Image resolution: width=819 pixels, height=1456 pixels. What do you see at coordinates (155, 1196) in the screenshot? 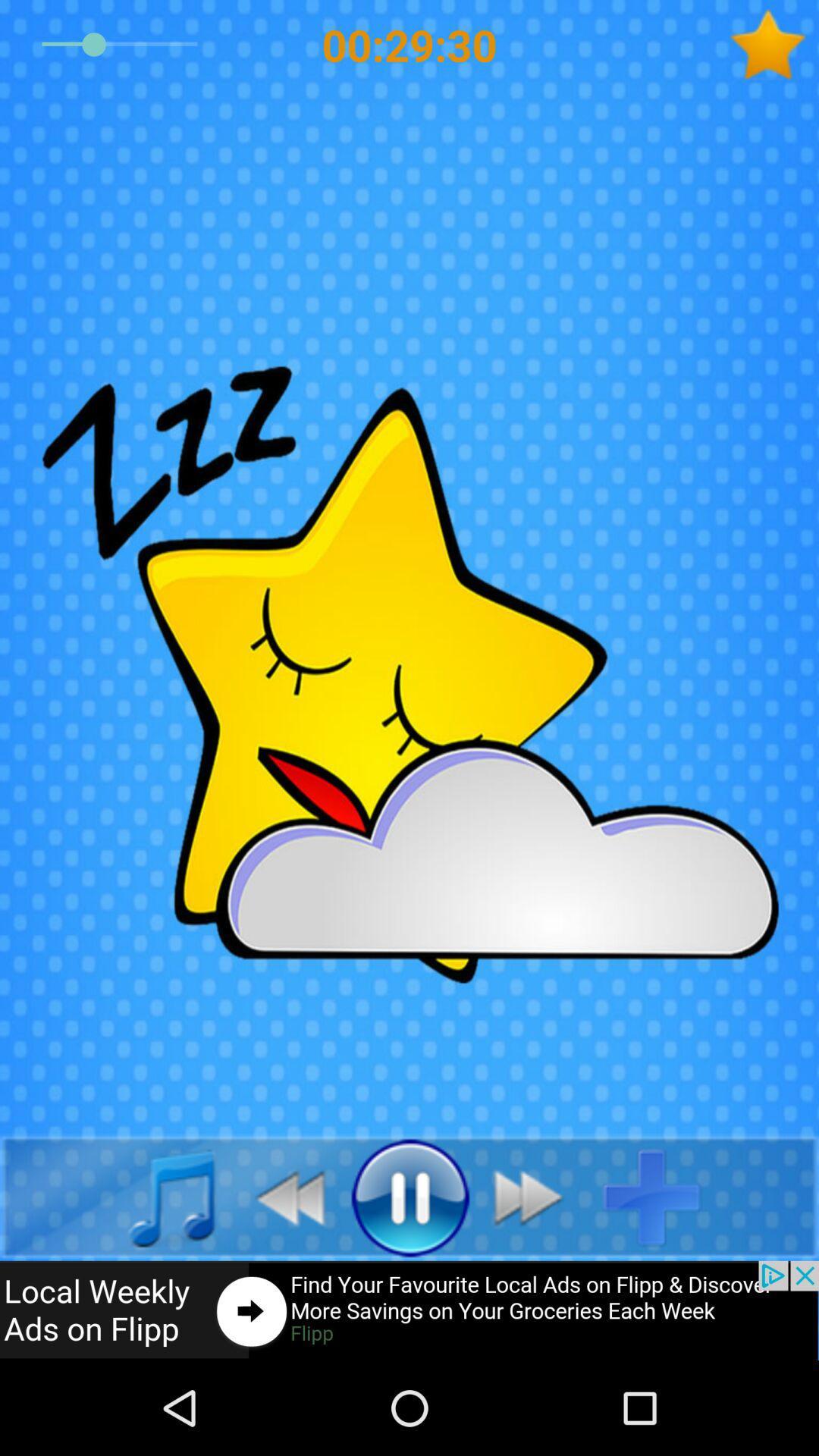
I see `music app` at bounding box center [155, 1196].